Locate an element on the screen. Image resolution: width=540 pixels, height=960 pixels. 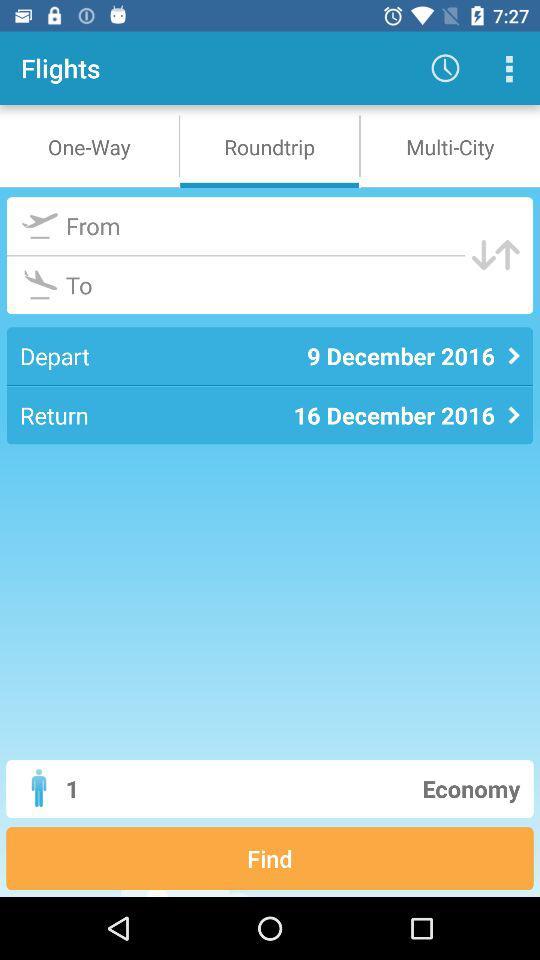
option button is located at coordinates (508, 68).